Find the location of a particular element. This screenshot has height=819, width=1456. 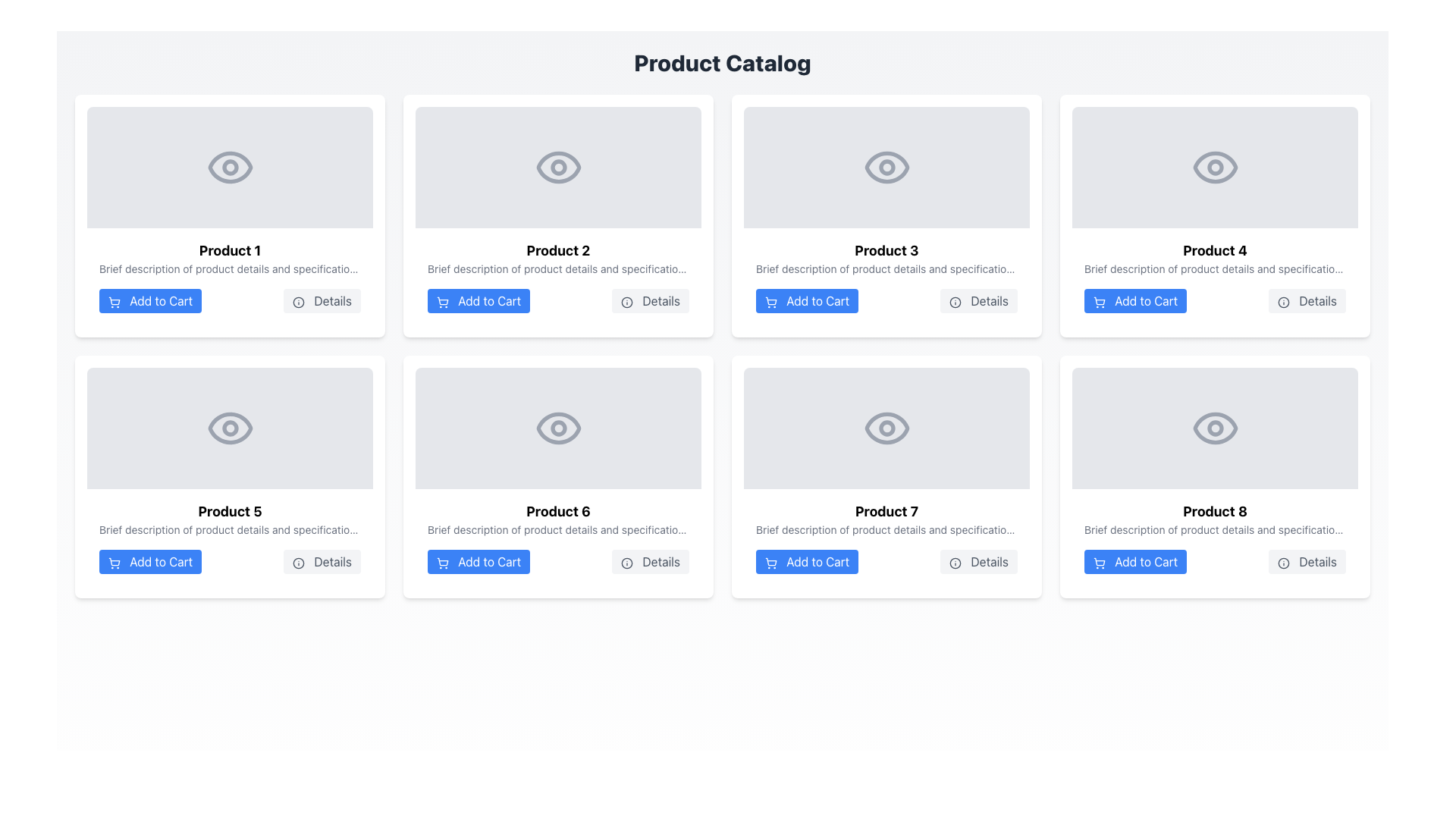

the 'Details' button located at the bottom-right corner of the card for 'Product 5' is located at coordinates (322, 561).